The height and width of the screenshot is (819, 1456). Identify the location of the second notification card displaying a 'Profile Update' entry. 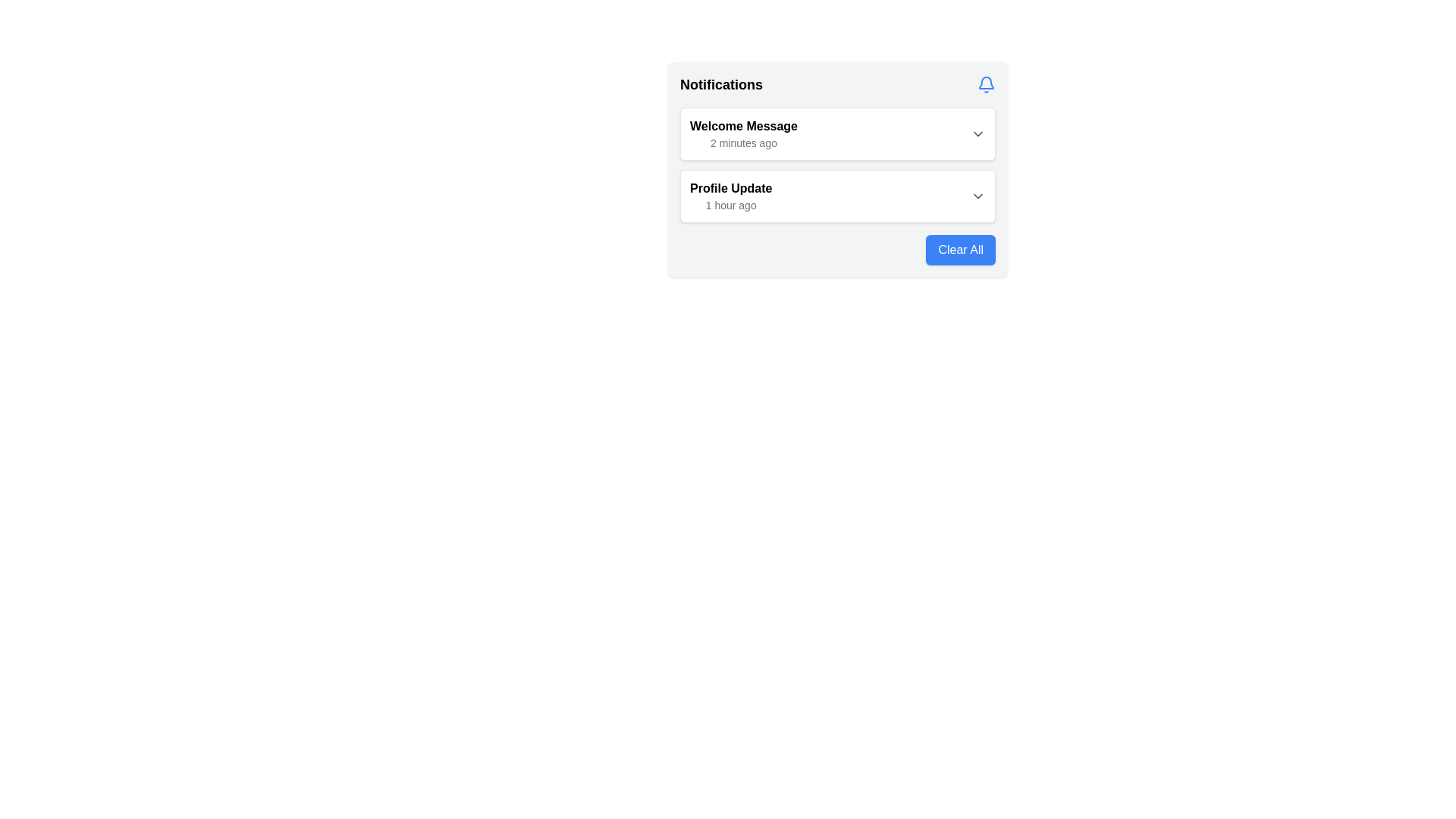
(836, 195).